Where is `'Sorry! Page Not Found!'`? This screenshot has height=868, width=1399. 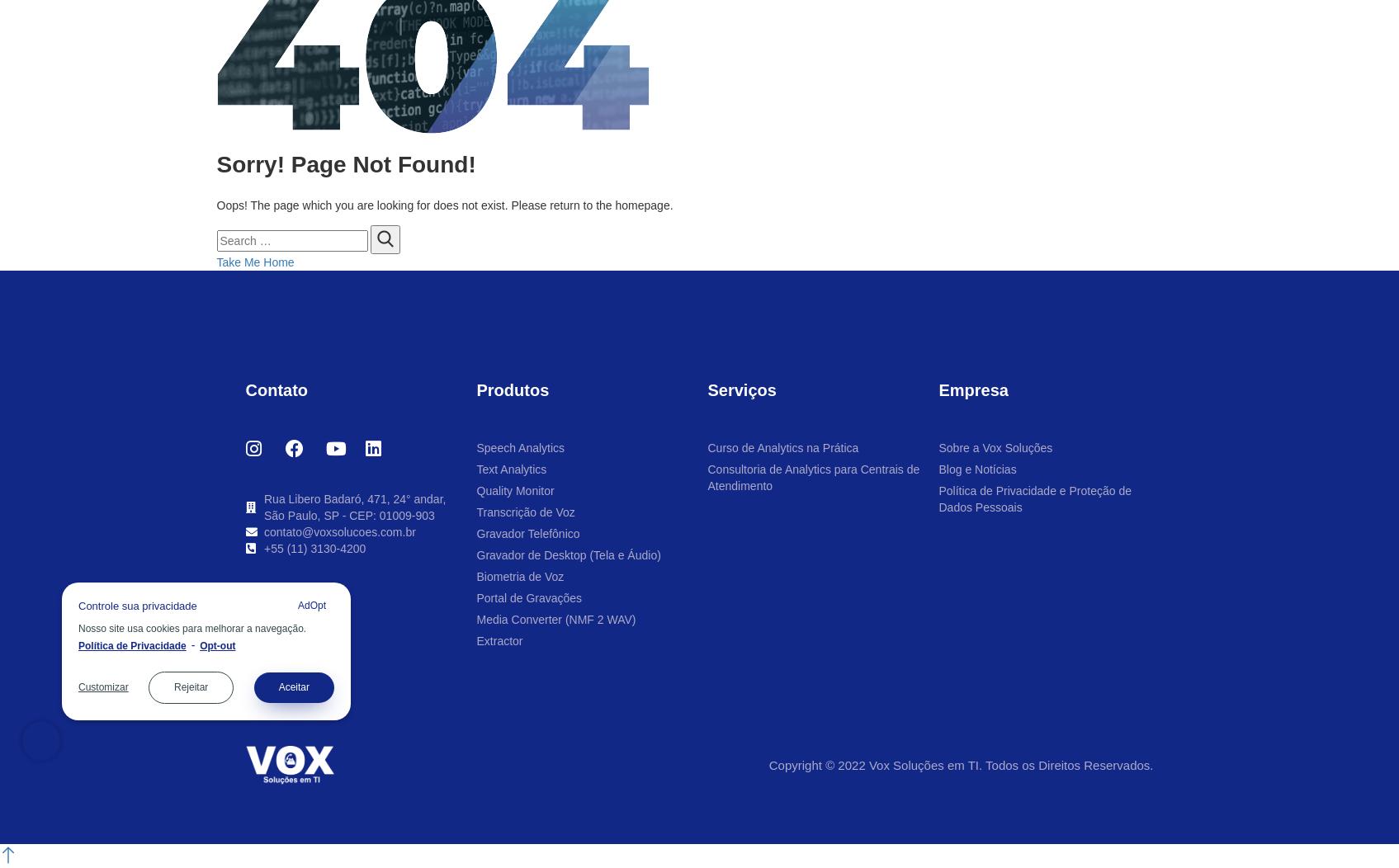 'Sorry! Page Not Found!' is located at coordinates (346, 164).